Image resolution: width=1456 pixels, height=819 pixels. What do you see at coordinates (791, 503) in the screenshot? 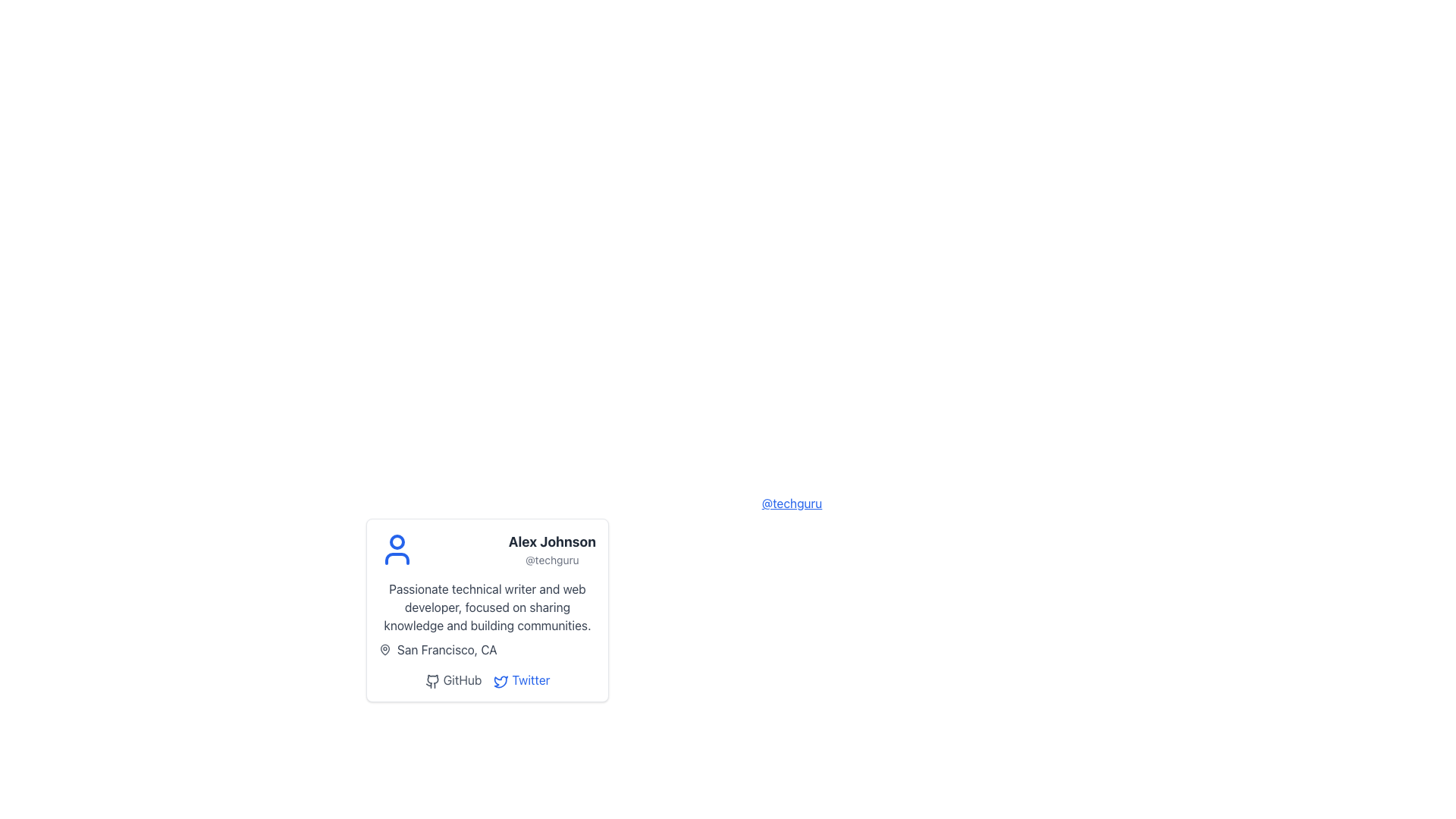
I see `the hyperlink styled with a blue underlined font displaying the text '@techguru'` at bounding box center [791, 503].